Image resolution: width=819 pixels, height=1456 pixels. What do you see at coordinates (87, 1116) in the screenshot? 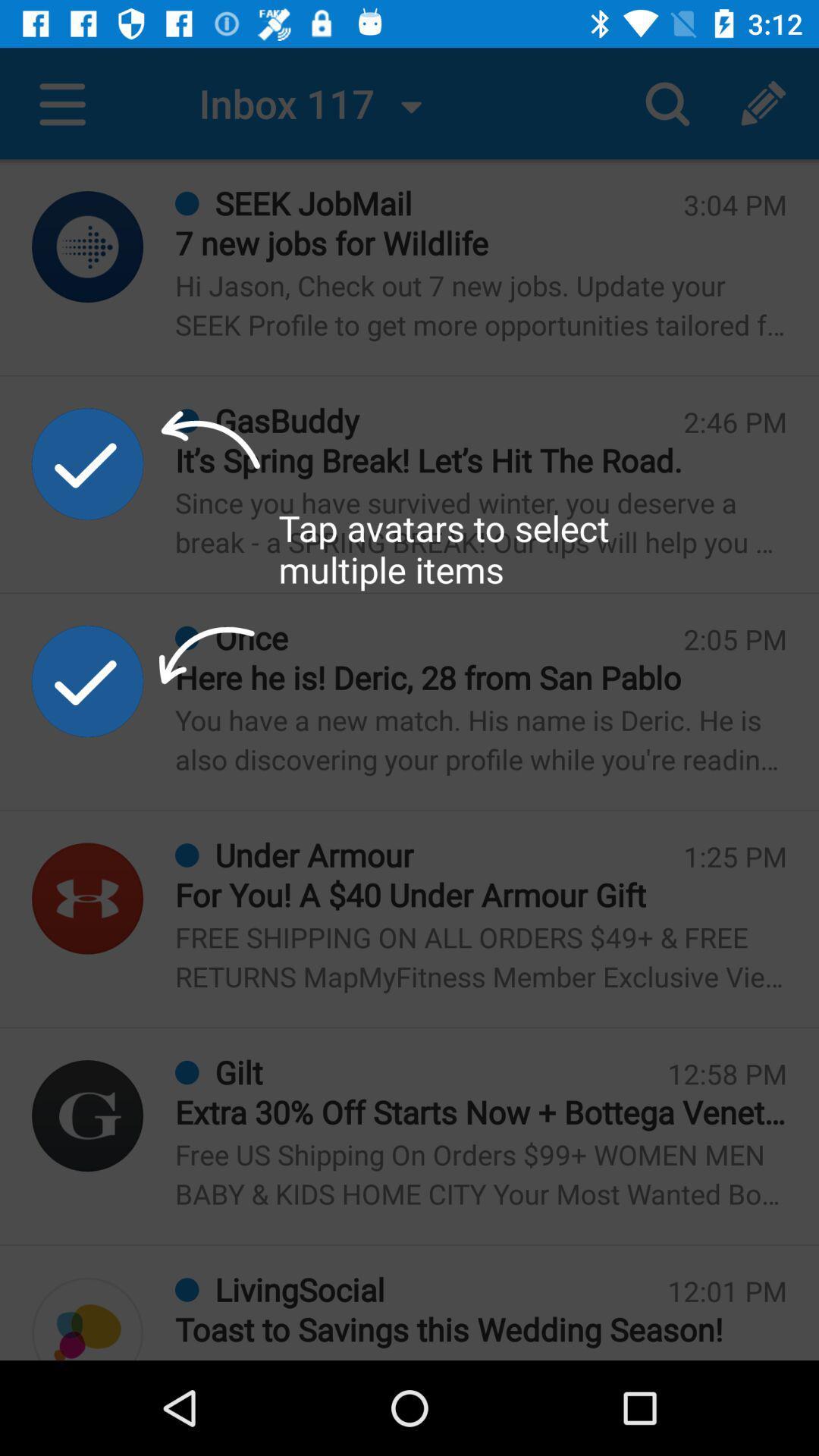
I see `one` at bounding box center [87, 1116].